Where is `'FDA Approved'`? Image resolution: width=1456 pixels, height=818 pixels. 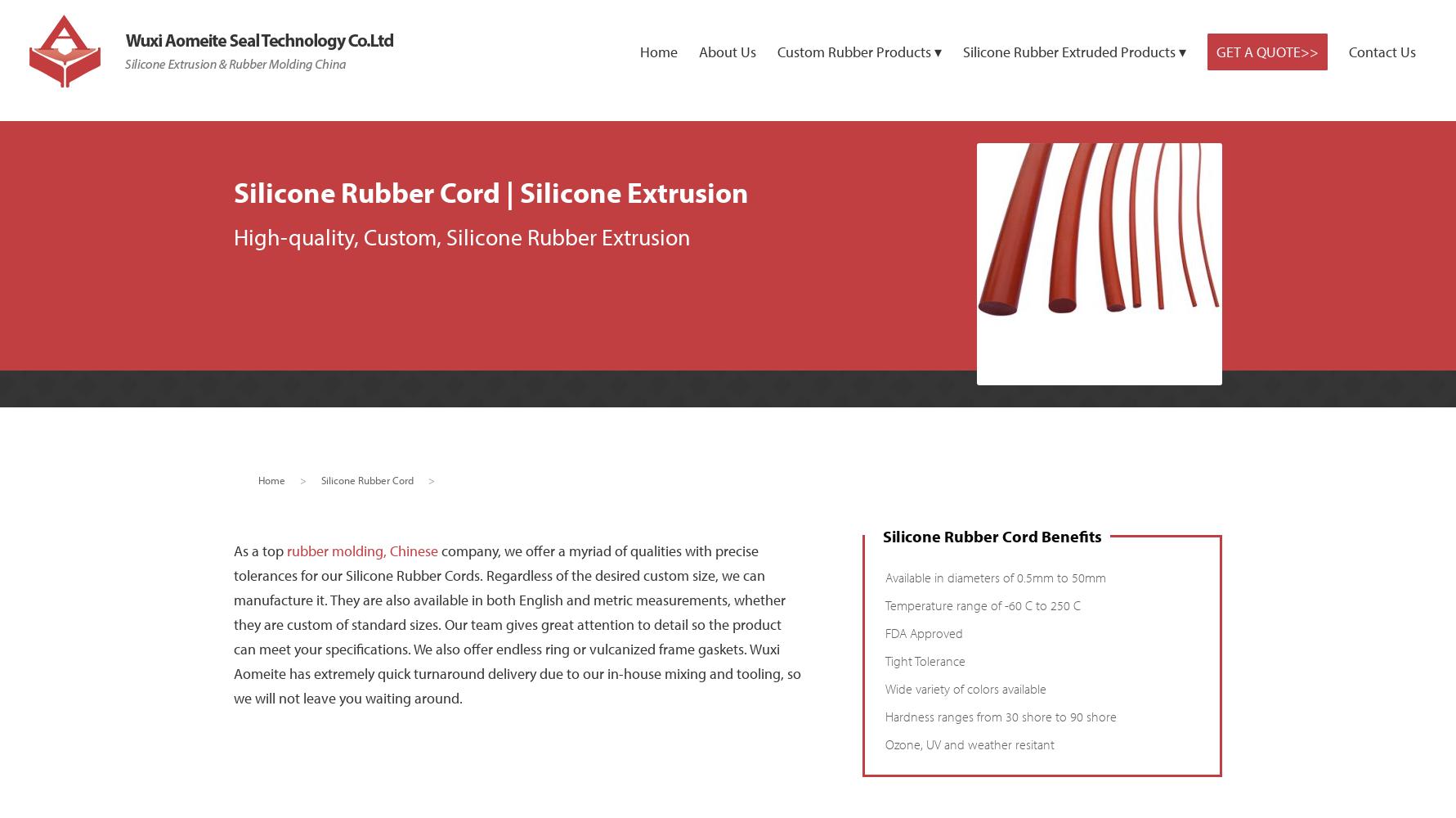 'FDA Approved' is located at coordinates (923, 633).